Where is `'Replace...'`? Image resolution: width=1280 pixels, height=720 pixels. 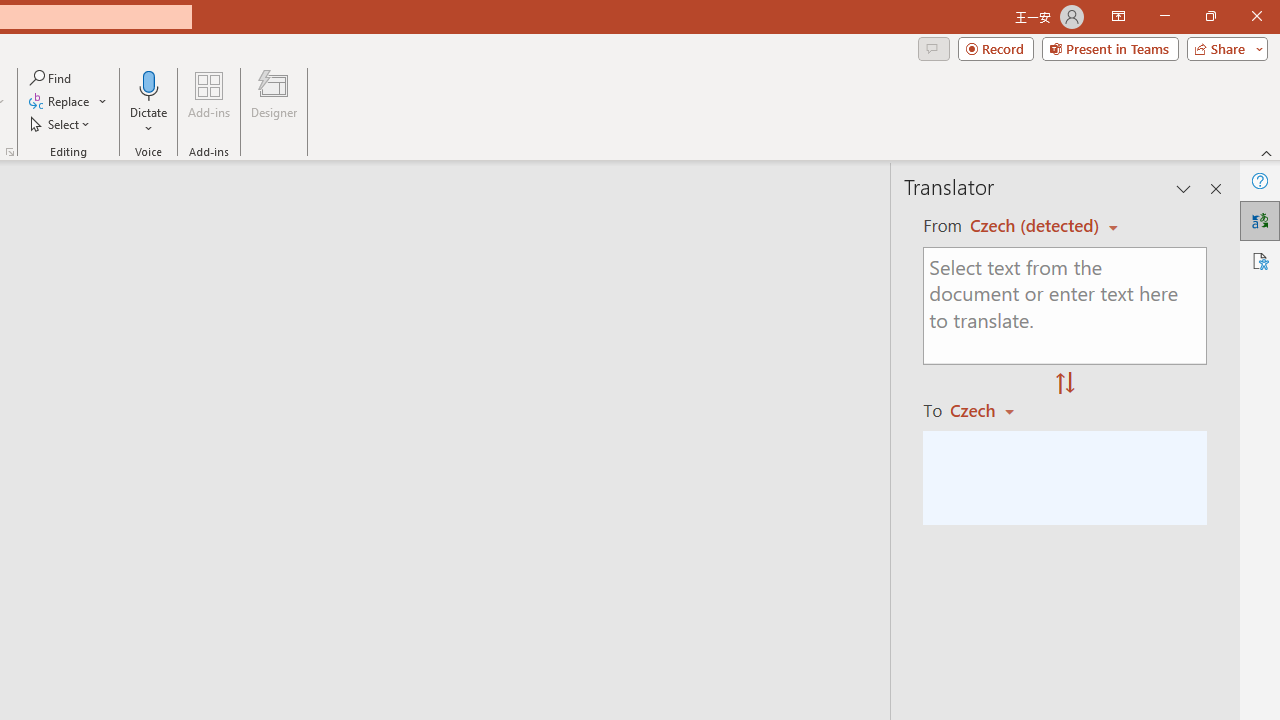 'Replace...' is located at coordinates (69, 101).